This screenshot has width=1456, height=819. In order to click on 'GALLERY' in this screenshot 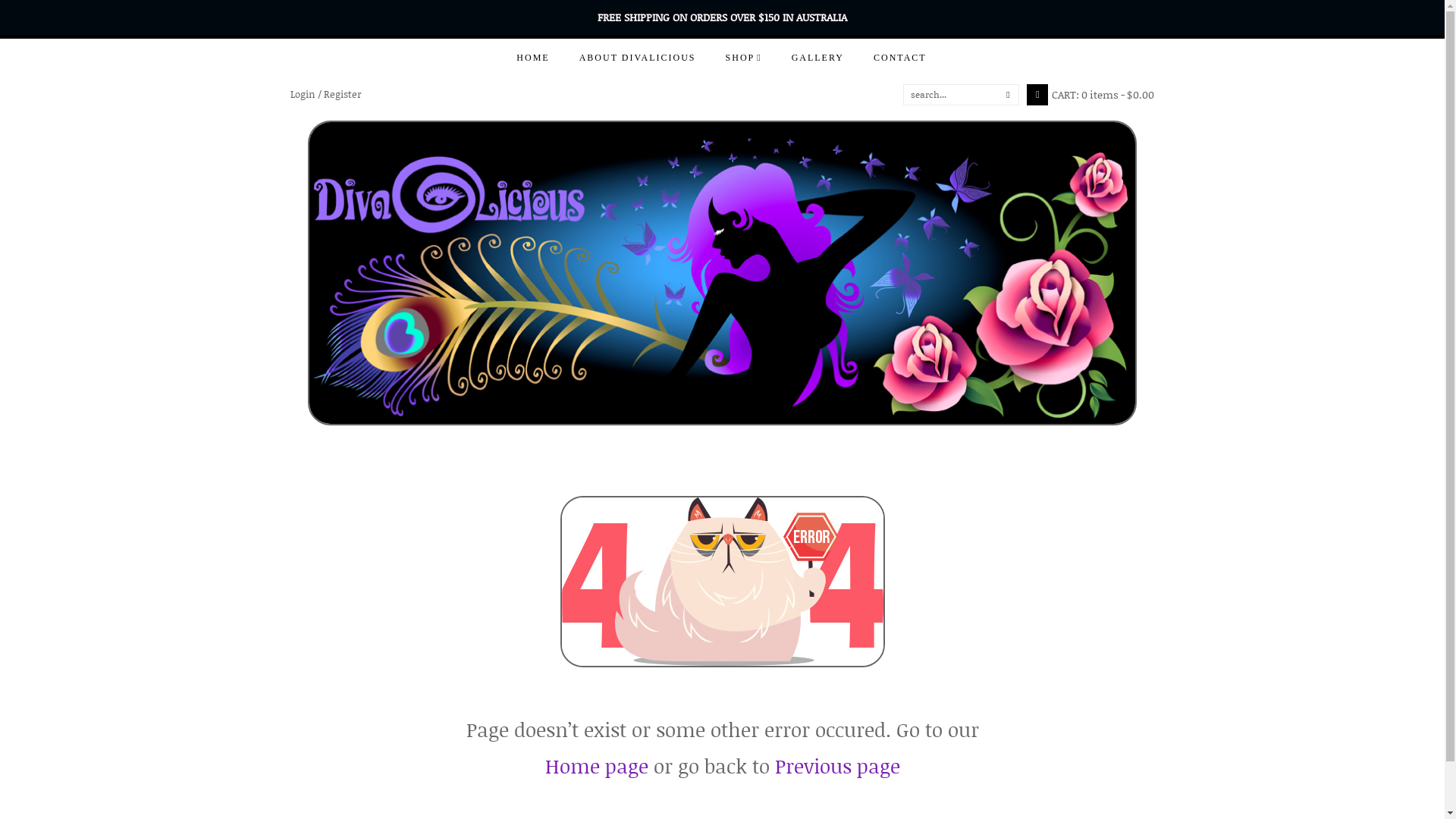, I will do `click(817, 57)`.